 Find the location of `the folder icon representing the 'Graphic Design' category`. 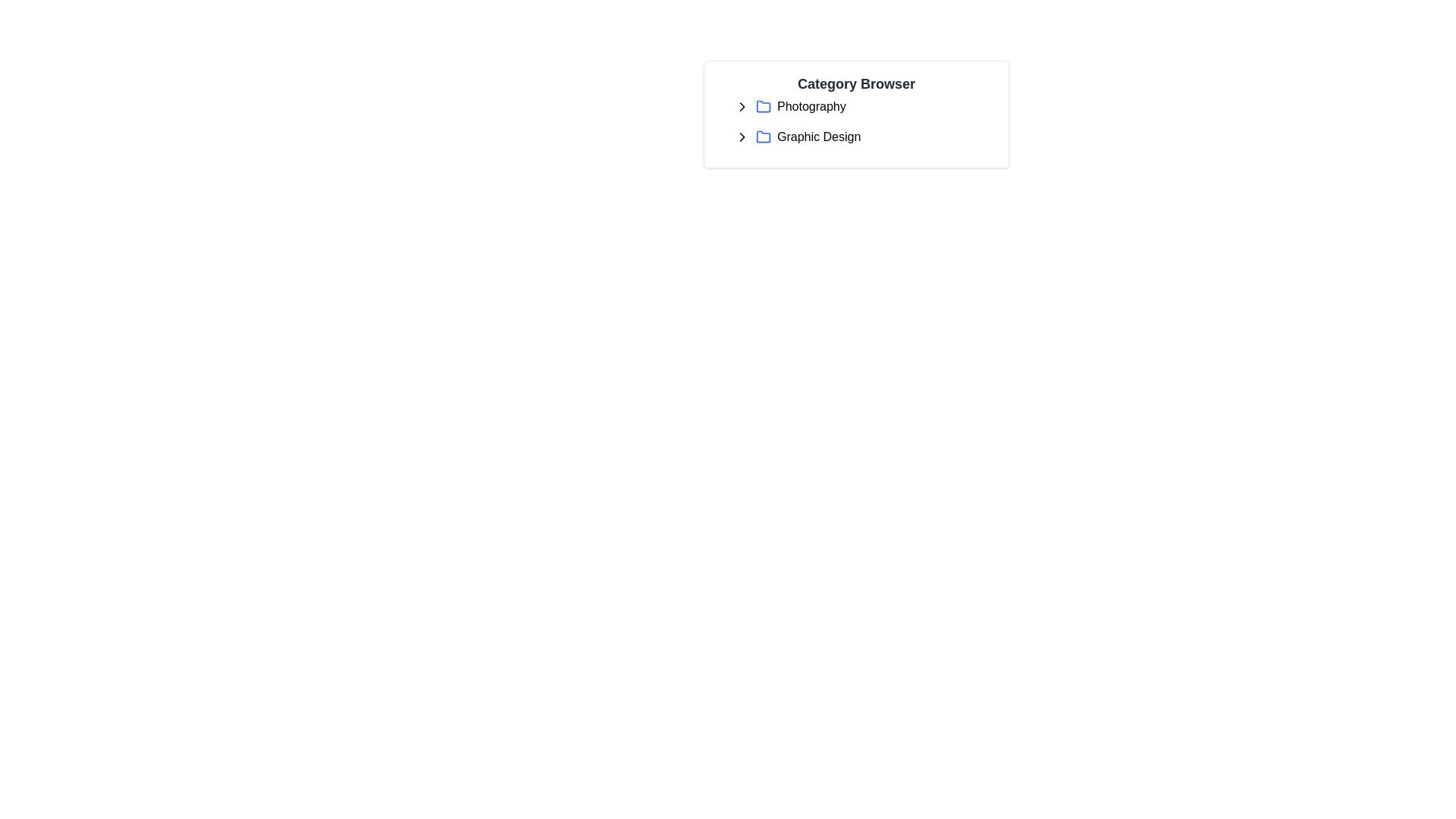

the folder icon representing the 'Graphic Design' category is located at coordinates (764, 137).